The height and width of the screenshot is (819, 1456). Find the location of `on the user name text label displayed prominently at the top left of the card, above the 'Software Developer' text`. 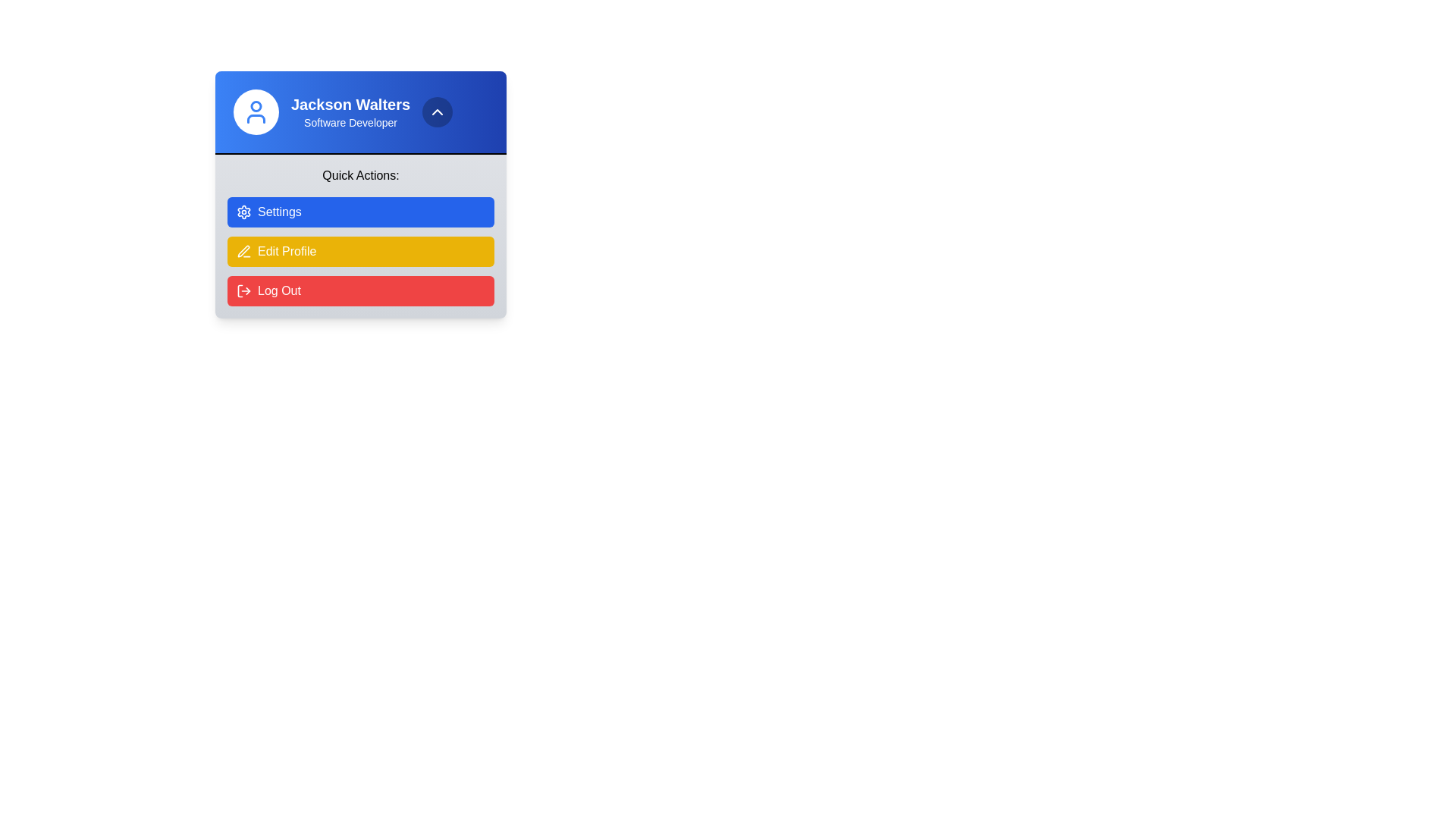

on the user name text label displayed prominently at the top left of the card, above the 'Software Developer' text is located at coordinates (350, 104).